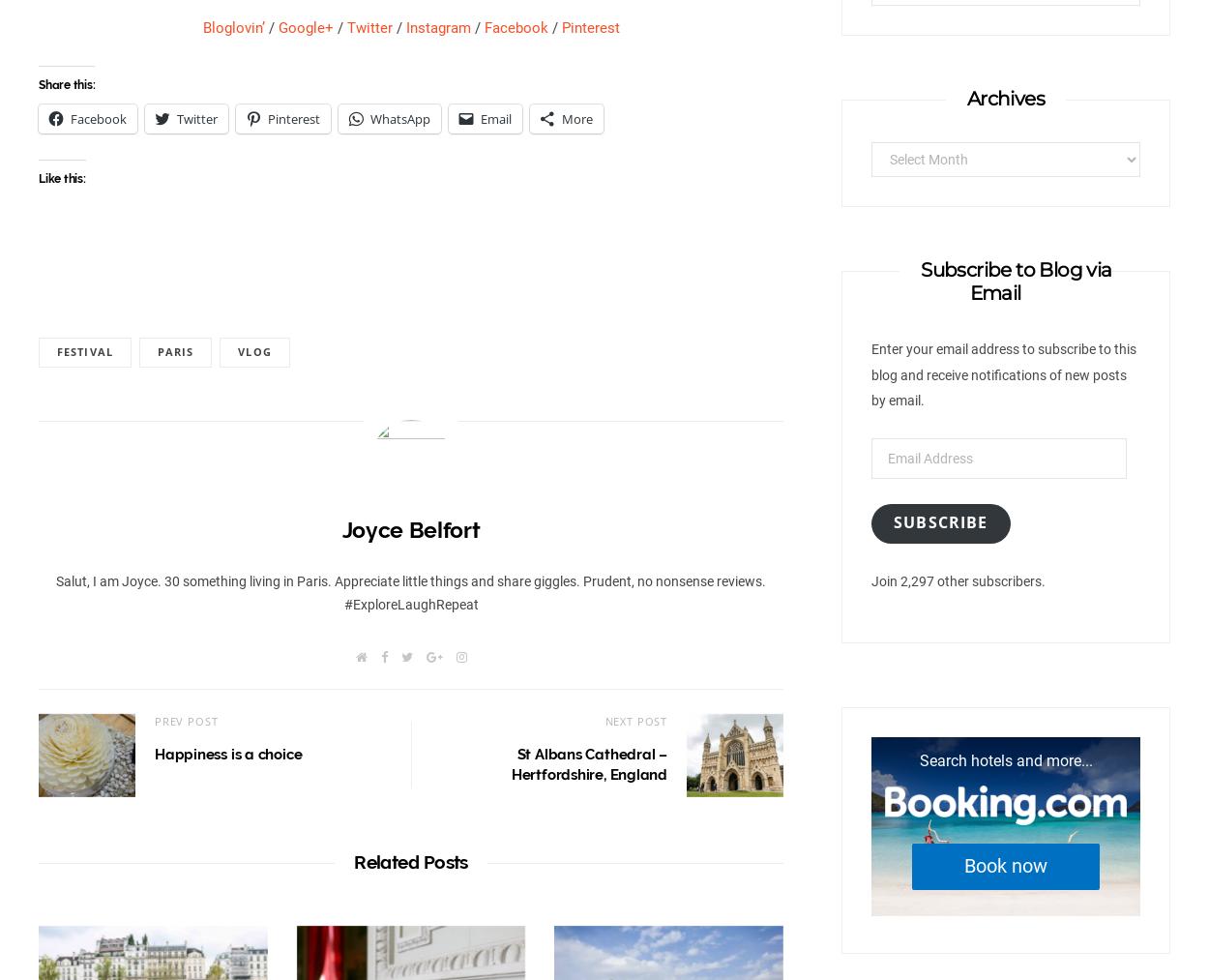 The width and height of the screenshot is (1209, 980). I want to click on 'Happiness is a choice', so click(227, 755).